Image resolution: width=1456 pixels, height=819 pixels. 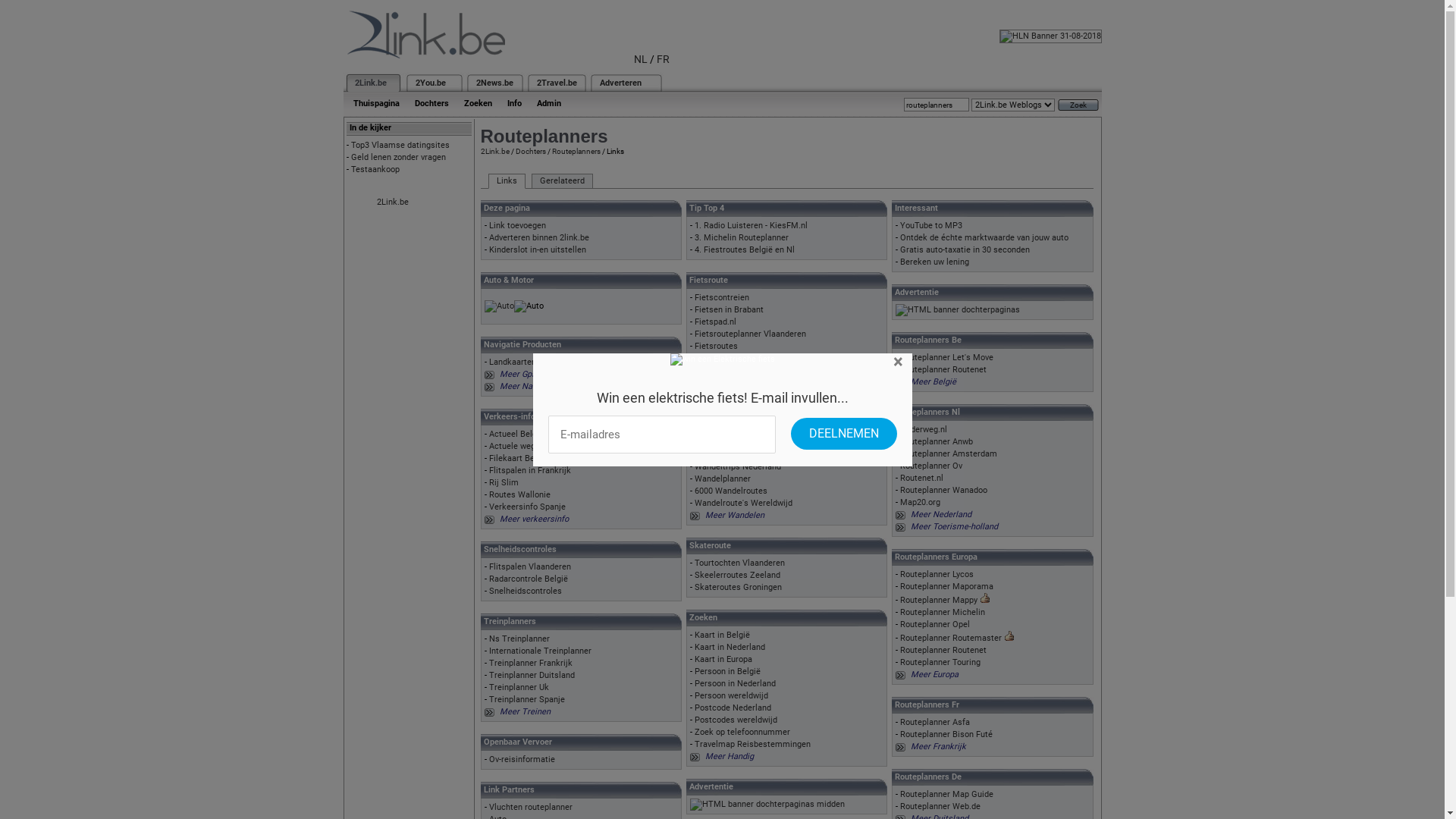 What do you see at coordinates (375, 169) in the screenshot?
I see `'Testaankoop'` at bounding box center [375, 169].